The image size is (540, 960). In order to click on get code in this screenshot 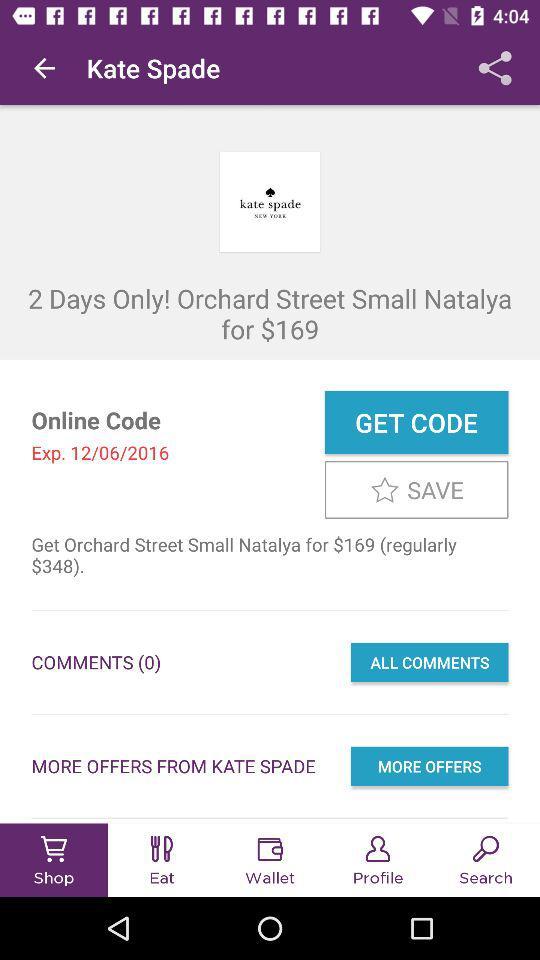, I will do `click(415, 422)`.